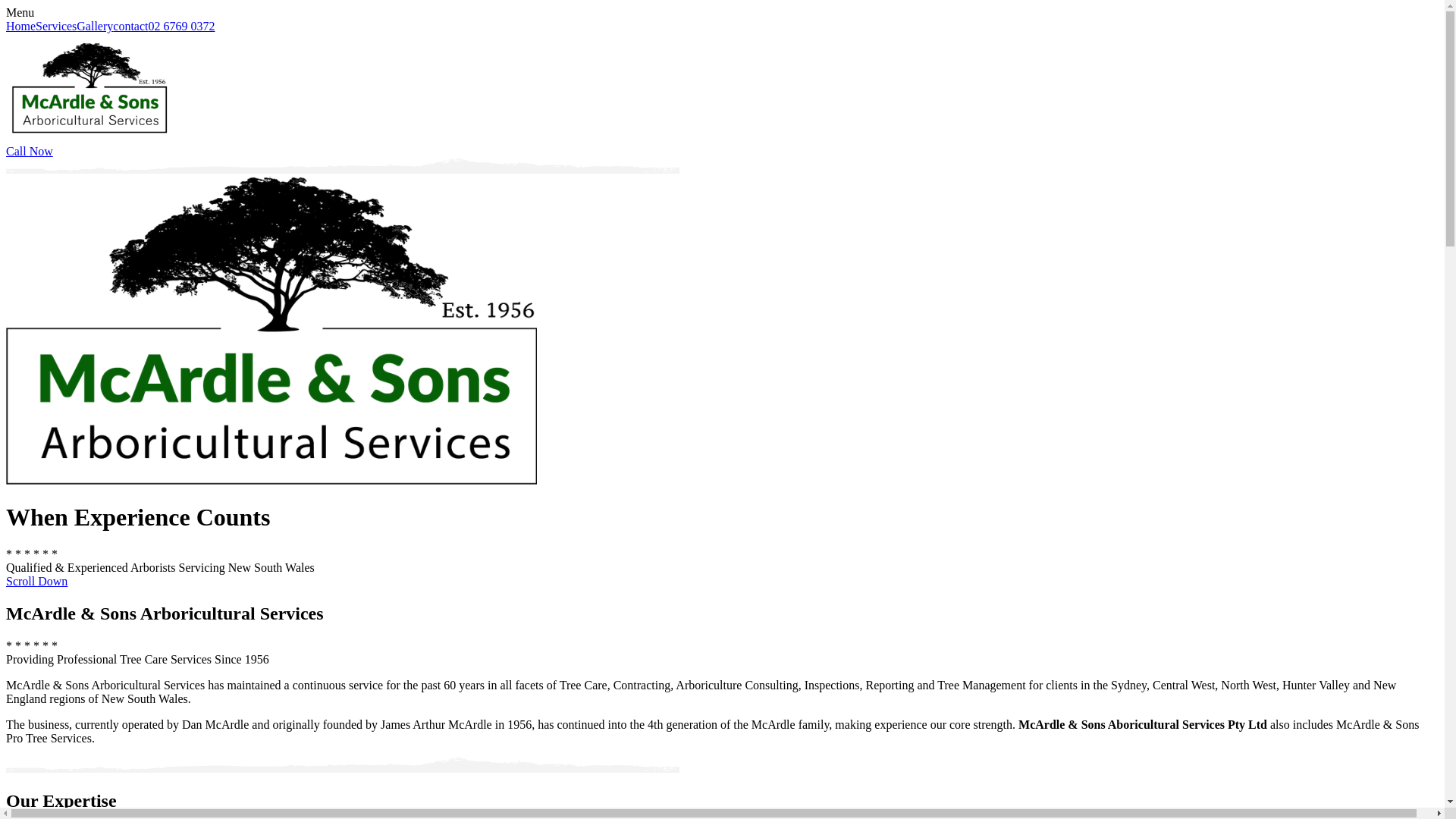 The image size is (1456, 819). Describe the element at coordinates (20, 26) in the screenshot. I see `'Home'` at that location.